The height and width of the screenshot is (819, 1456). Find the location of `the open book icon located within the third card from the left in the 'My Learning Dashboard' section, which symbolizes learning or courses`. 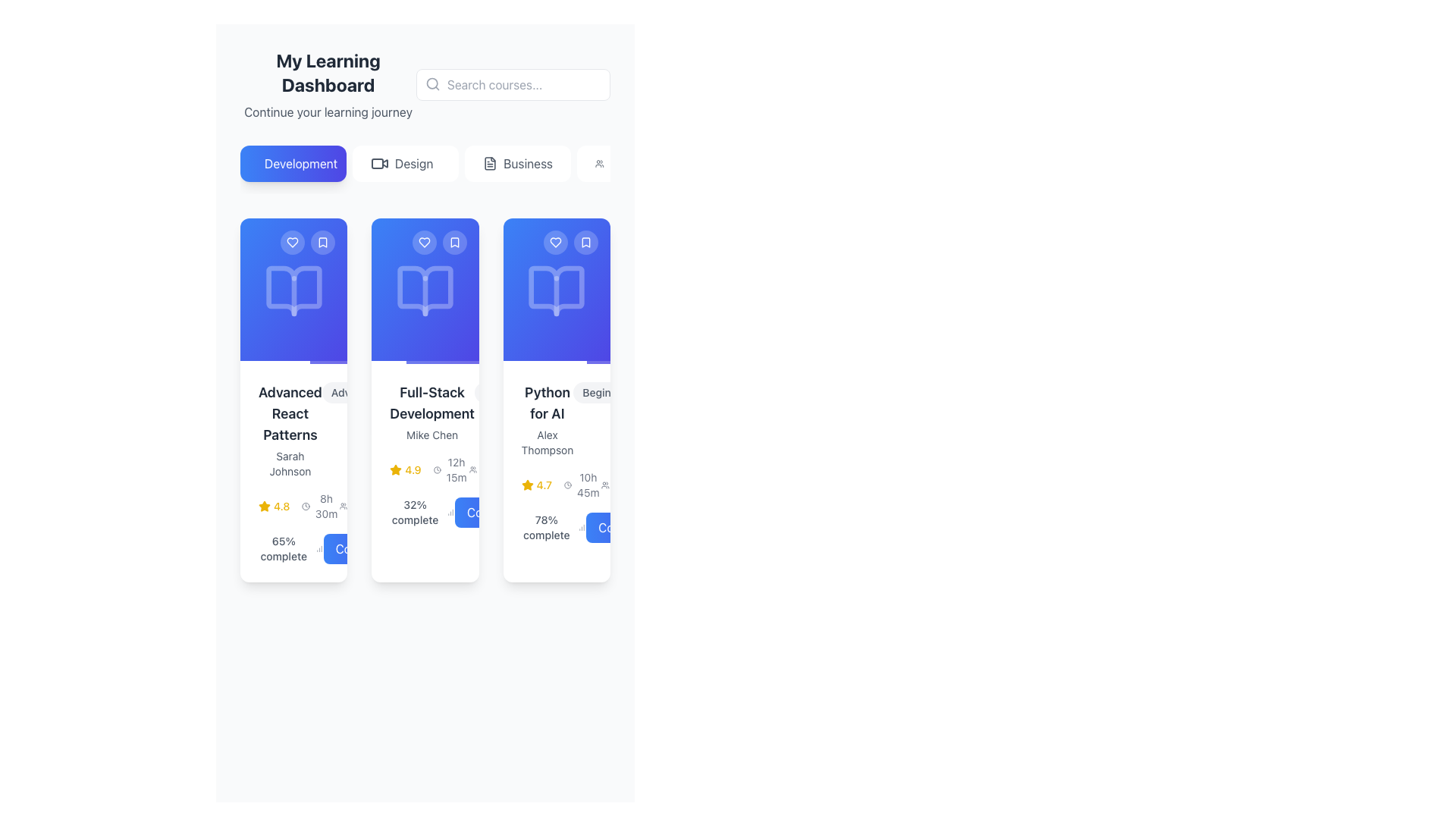

the open book icon located within the third card from the left in the 'My Learning Dashboard' section, which symbolizes learning or courses is located at coordinates (556, 291).